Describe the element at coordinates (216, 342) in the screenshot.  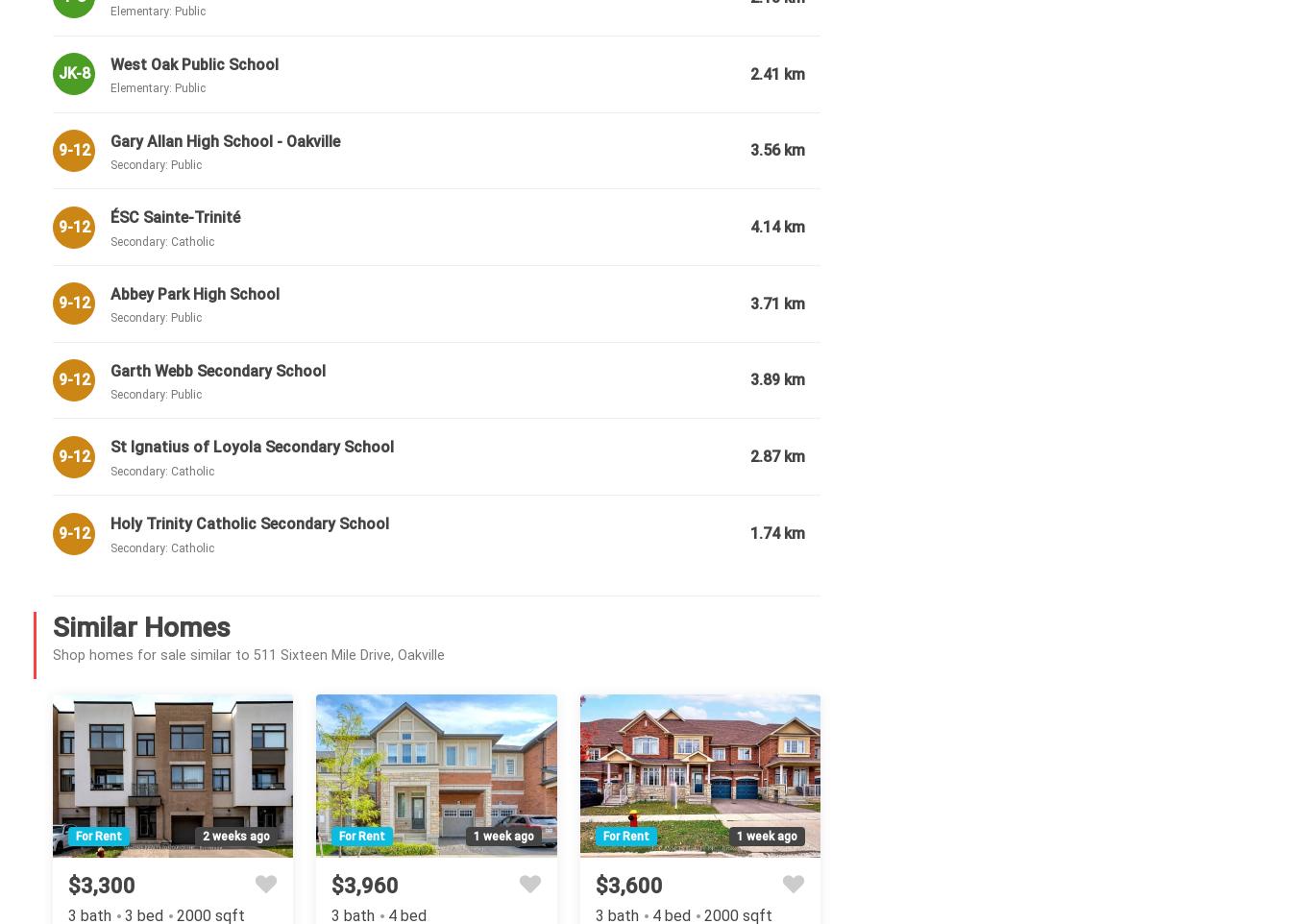
I see `'Room details for 511 Sixteen Mile Drive, Oakville'` at that location.